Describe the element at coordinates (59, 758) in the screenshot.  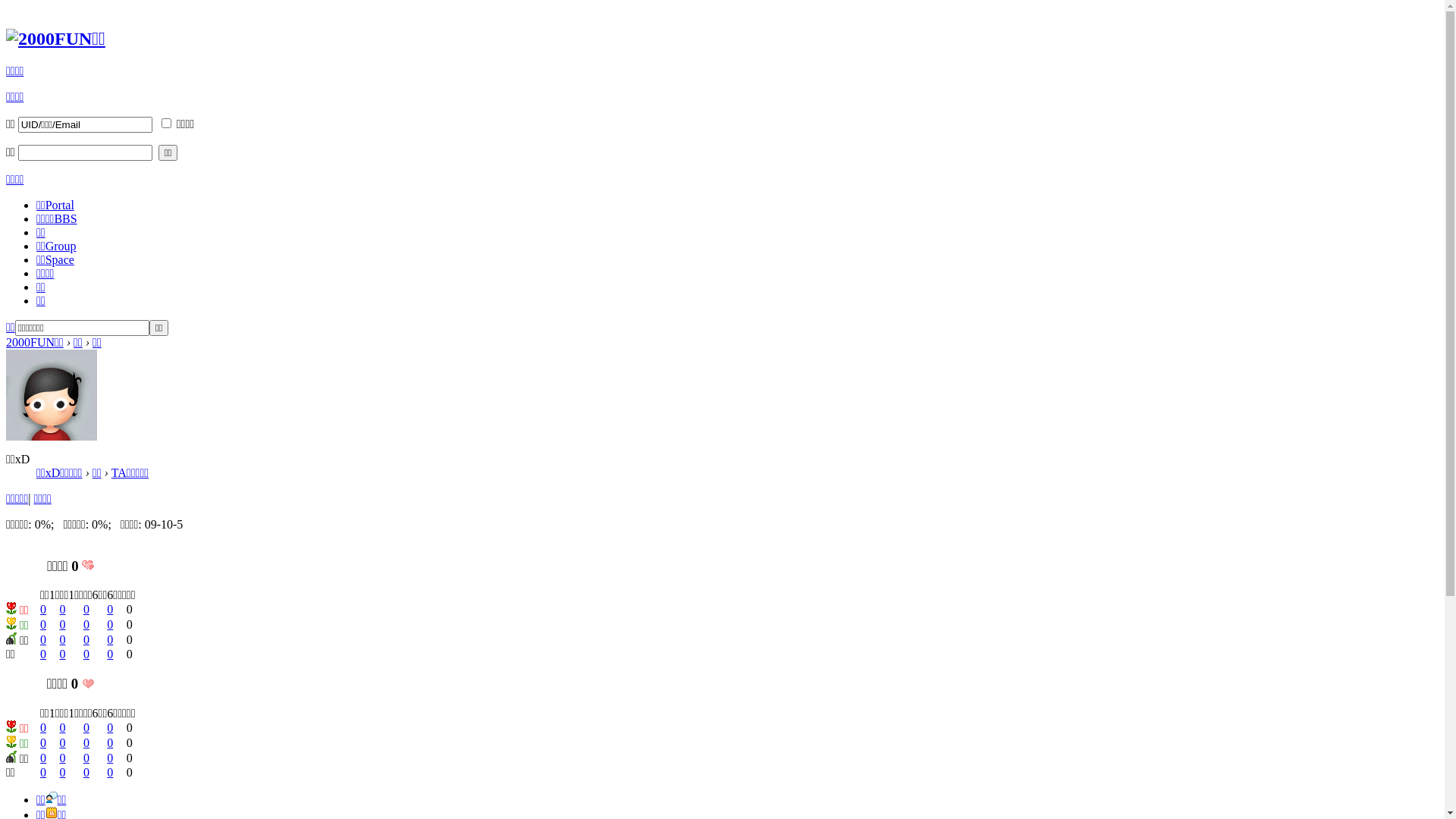
I see `'0'` at that location.